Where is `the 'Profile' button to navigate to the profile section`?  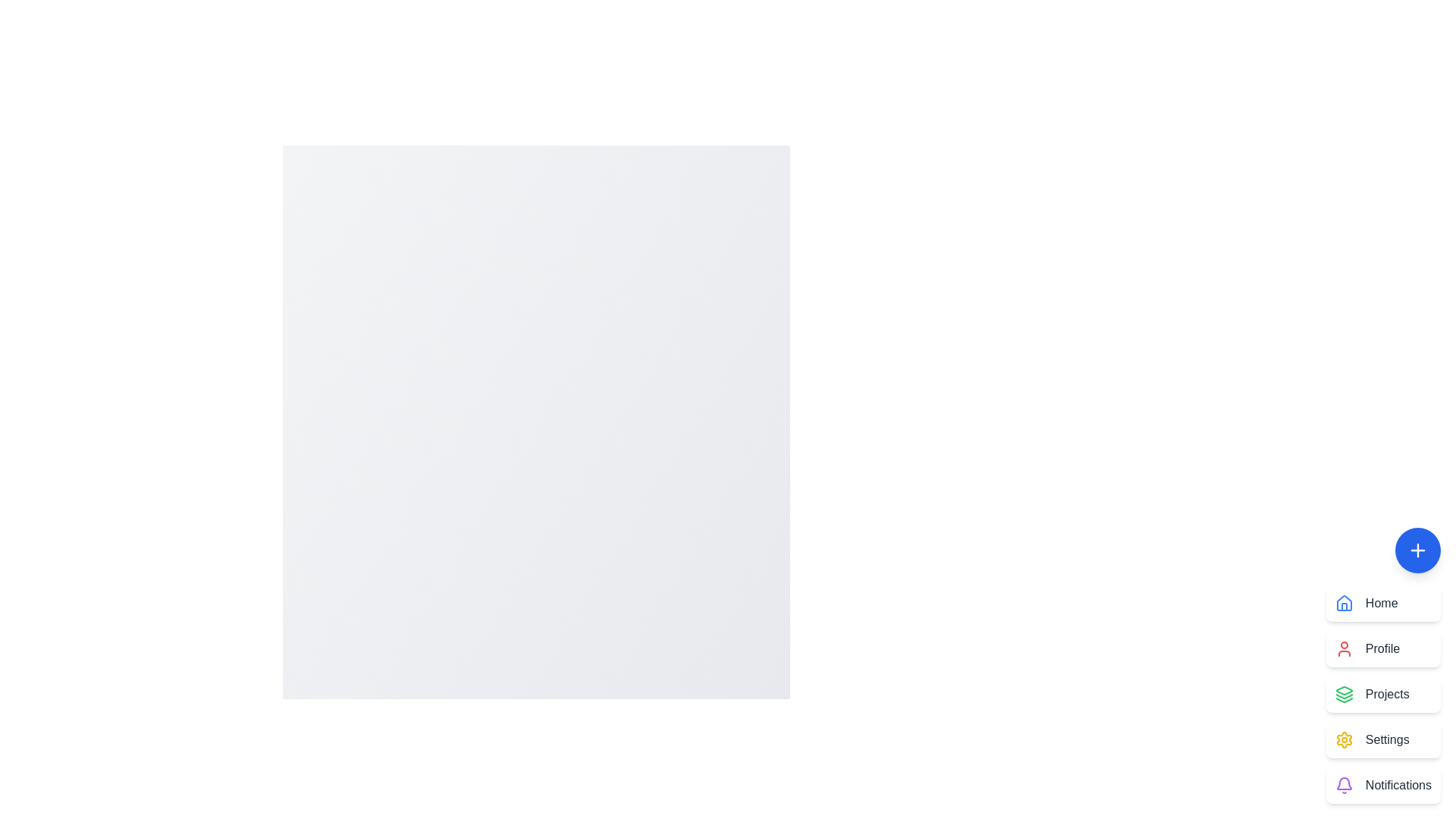
the 'Profile' button to navigate to the profile section is located at coordinates (1383, 648).